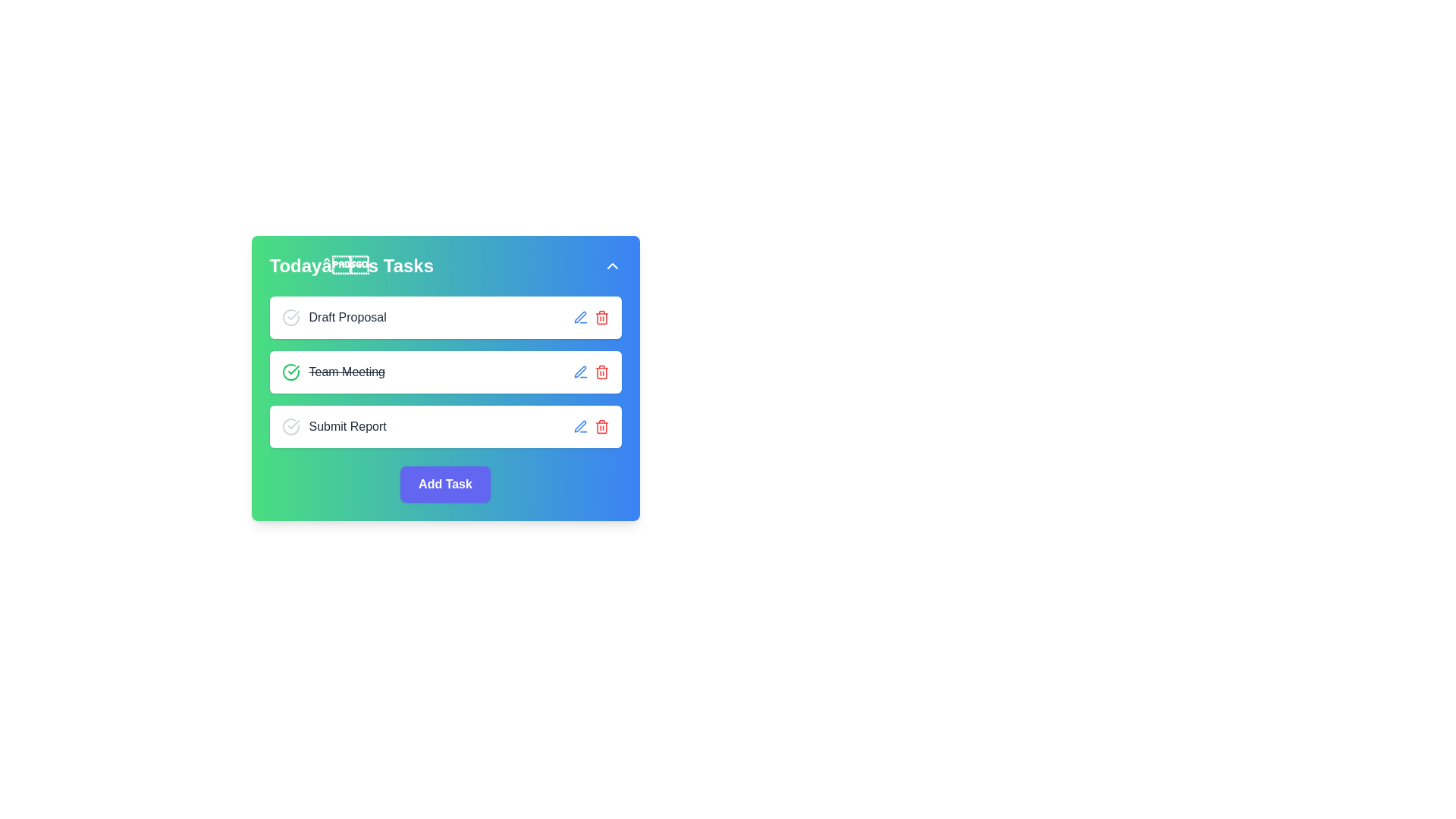  What do you see at coordinates (290, 427) in the screenshot?
I see `the Checkbox-like completion indicator for the task 'Submit Report'` at bounding box center [290, 427].